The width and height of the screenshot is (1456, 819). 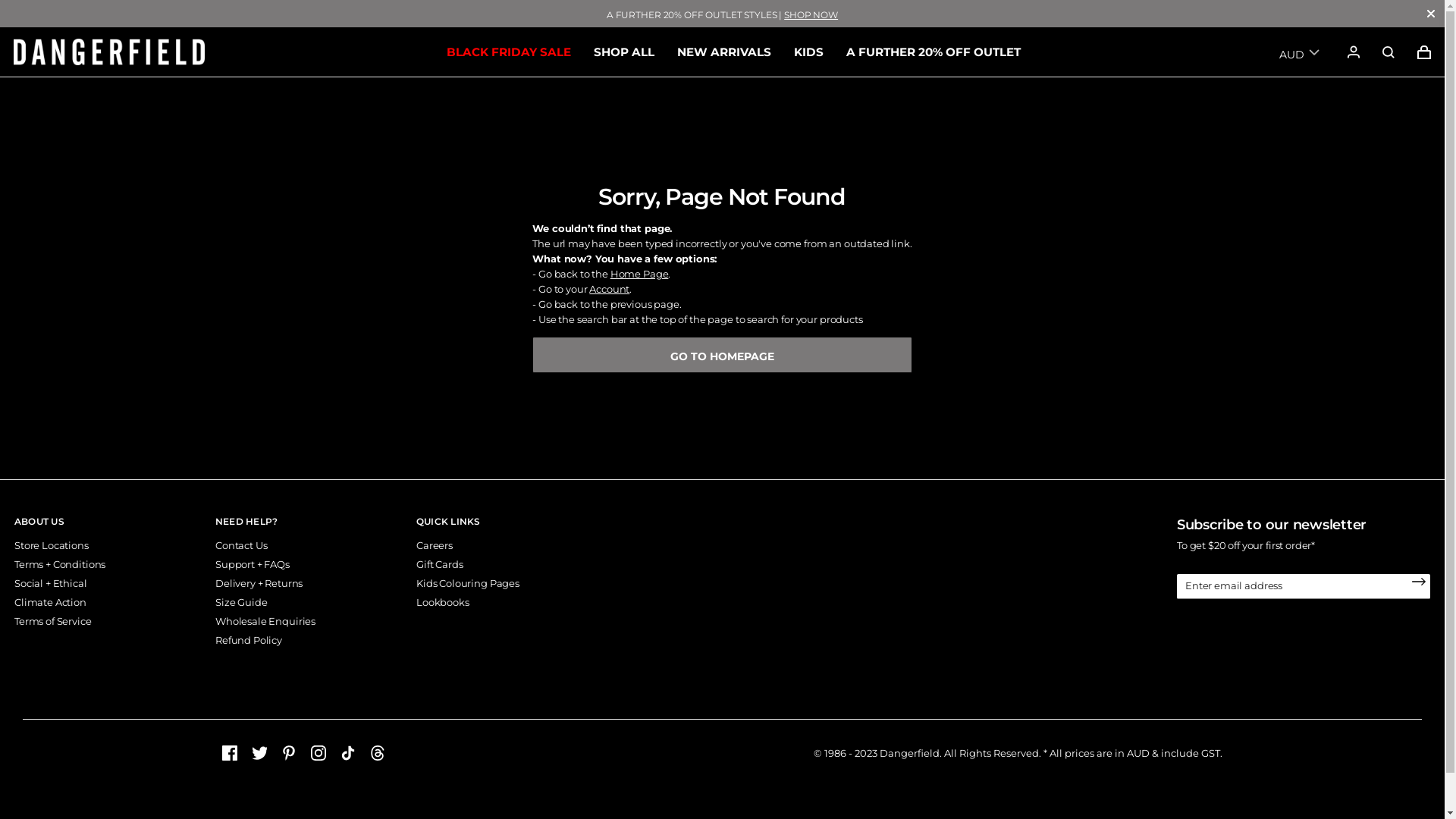 What do you see at coordinates (442, 601) in the screenshot?
I see `'Lookbooks'` at bounding box center [442, 601].